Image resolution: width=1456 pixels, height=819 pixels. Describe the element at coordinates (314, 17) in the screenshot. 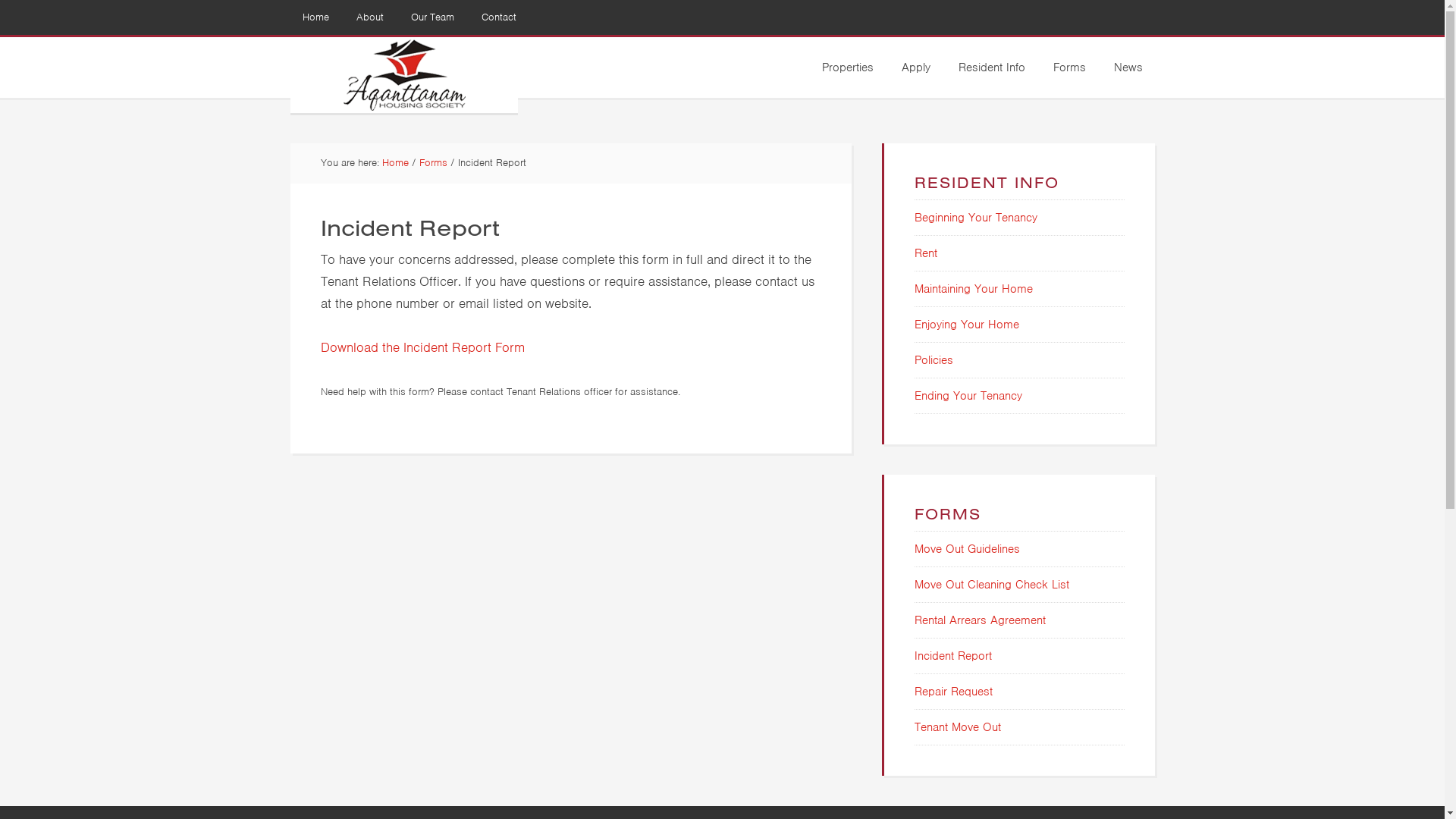

I see `'Home'` at that location.